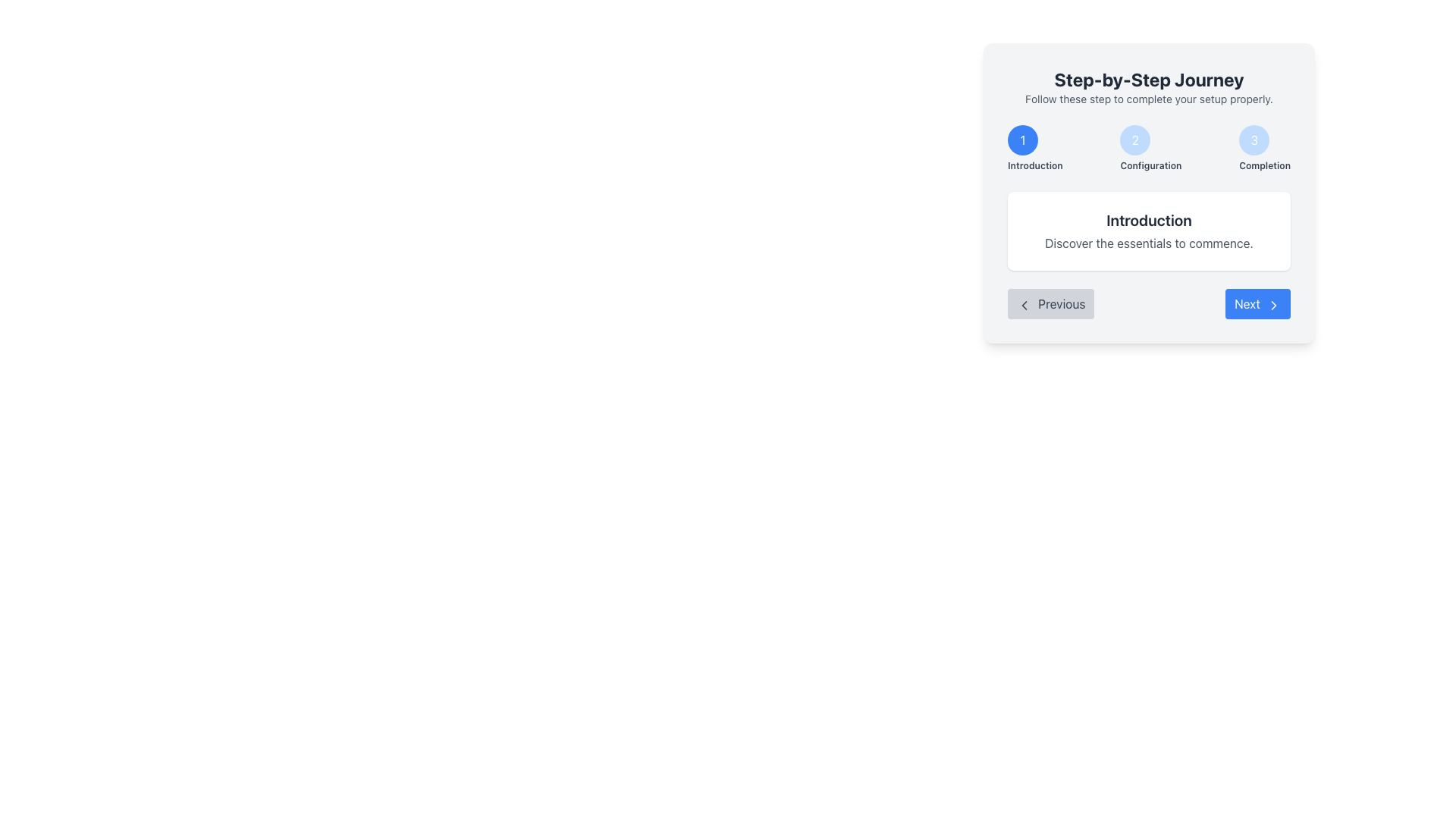 This screenshot has height=819, width=1456. What do you see at coordinates (1254, 140) in the screenshot?
I see `the 'Completion' button, which is the third circular button in the step-by-step guide interface located at the top-right section of the 'Step-by-Step Journey' modal dialog` at bounding box center [1254, 140].